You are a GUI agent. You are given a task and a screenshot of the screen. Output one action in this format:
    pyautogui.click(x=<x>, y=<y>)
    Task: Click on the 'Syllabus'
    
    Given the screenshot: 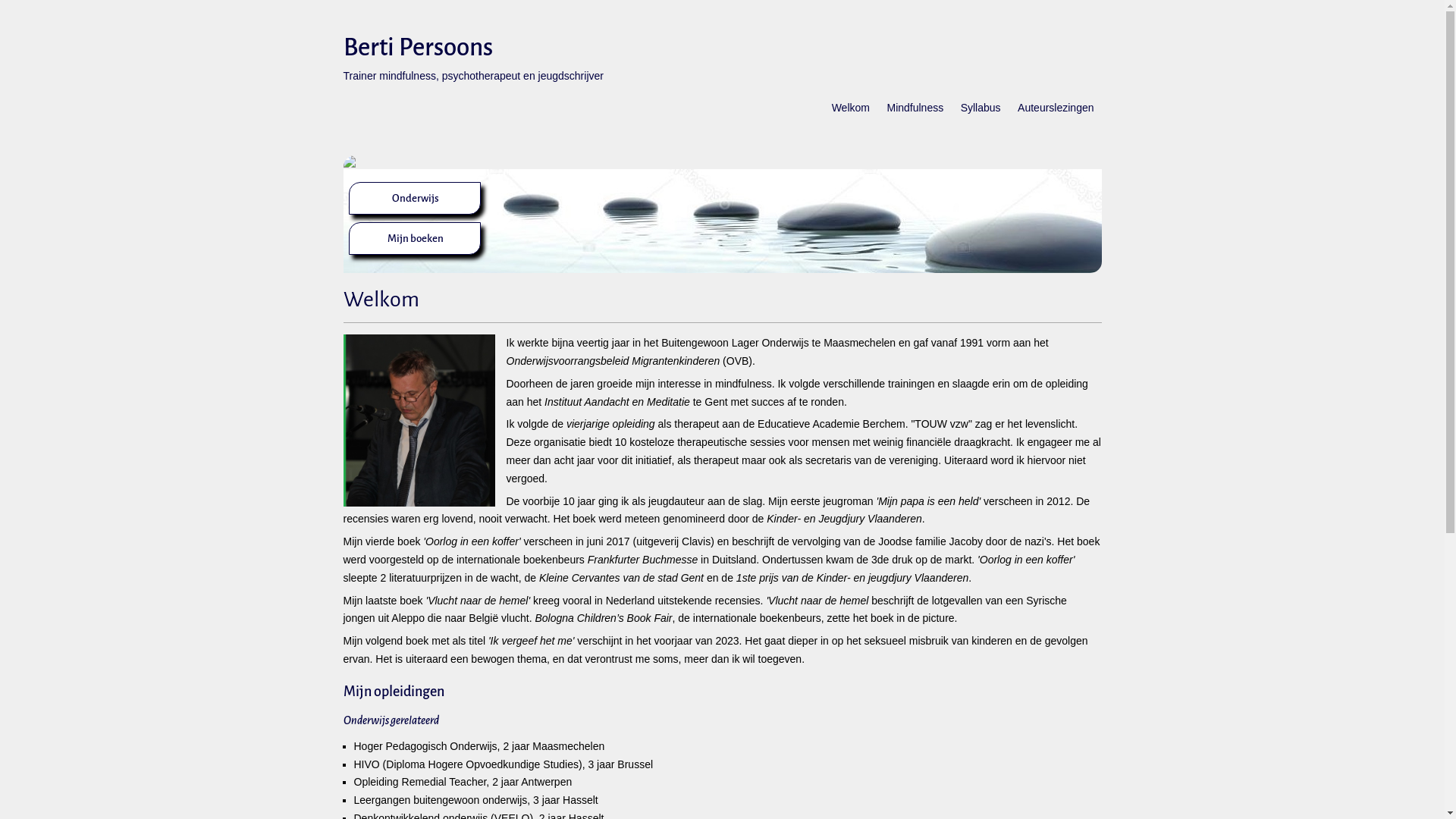 What is the action you would take?
    pyautogui.click(x=981, y=115)
    